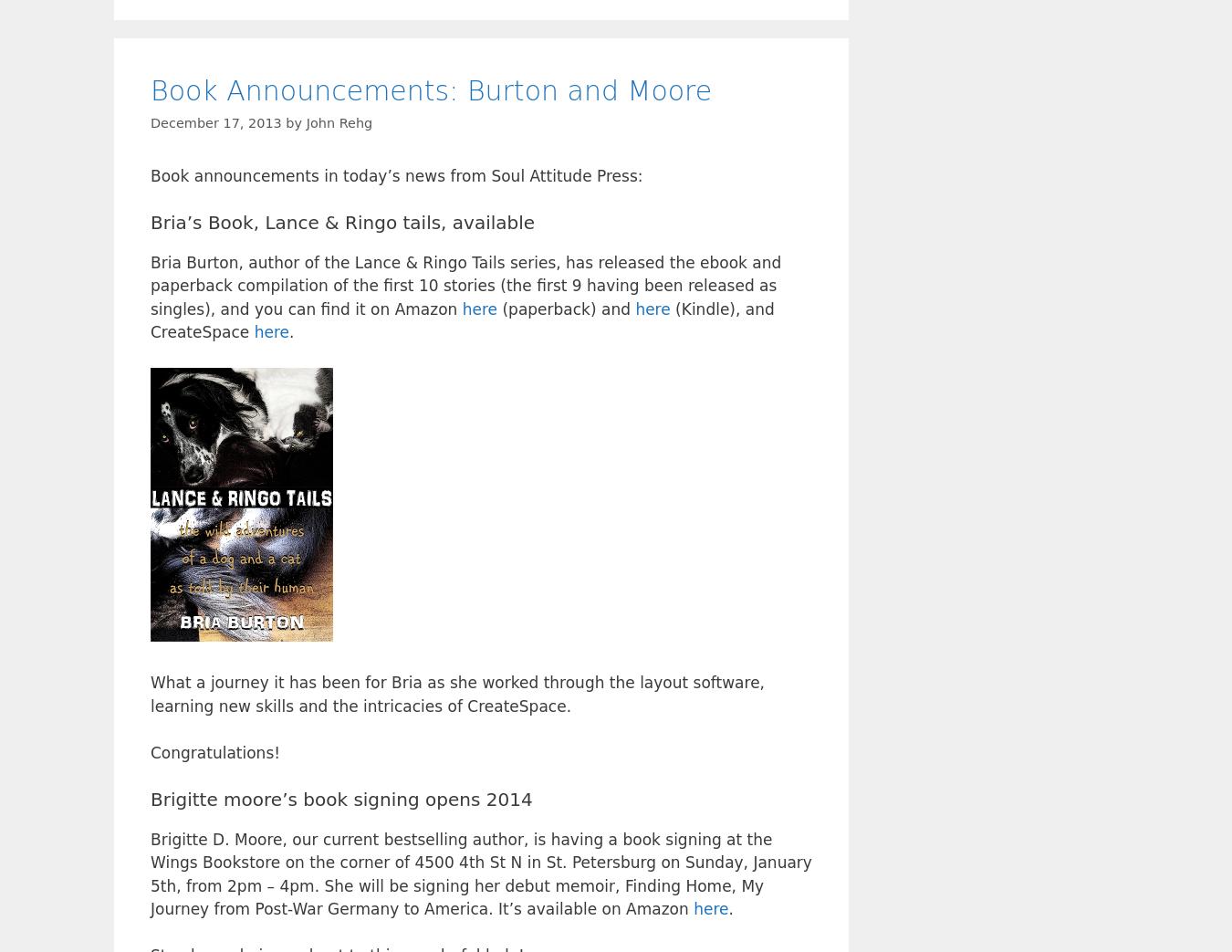 The image size is (1232, 952). Describe the element at coordinates (396, 174) in the screenshot. I see `'Book announcements in today’s news from Soul Attitude Press:'` at that location.